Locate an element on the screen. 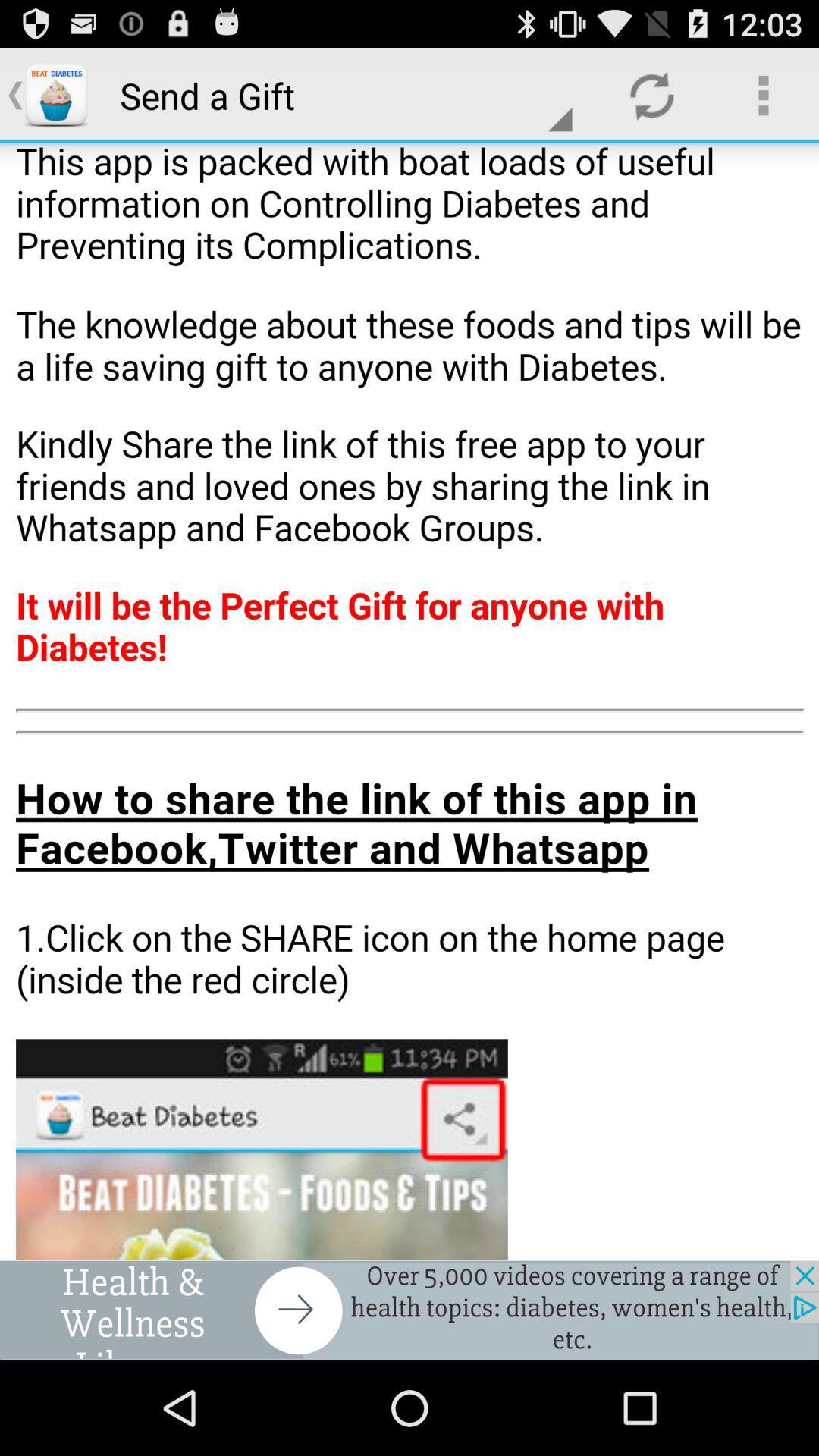 The width and height of the screenshot is (819, 1456). send a gift page is located at coordinates (409, 701).